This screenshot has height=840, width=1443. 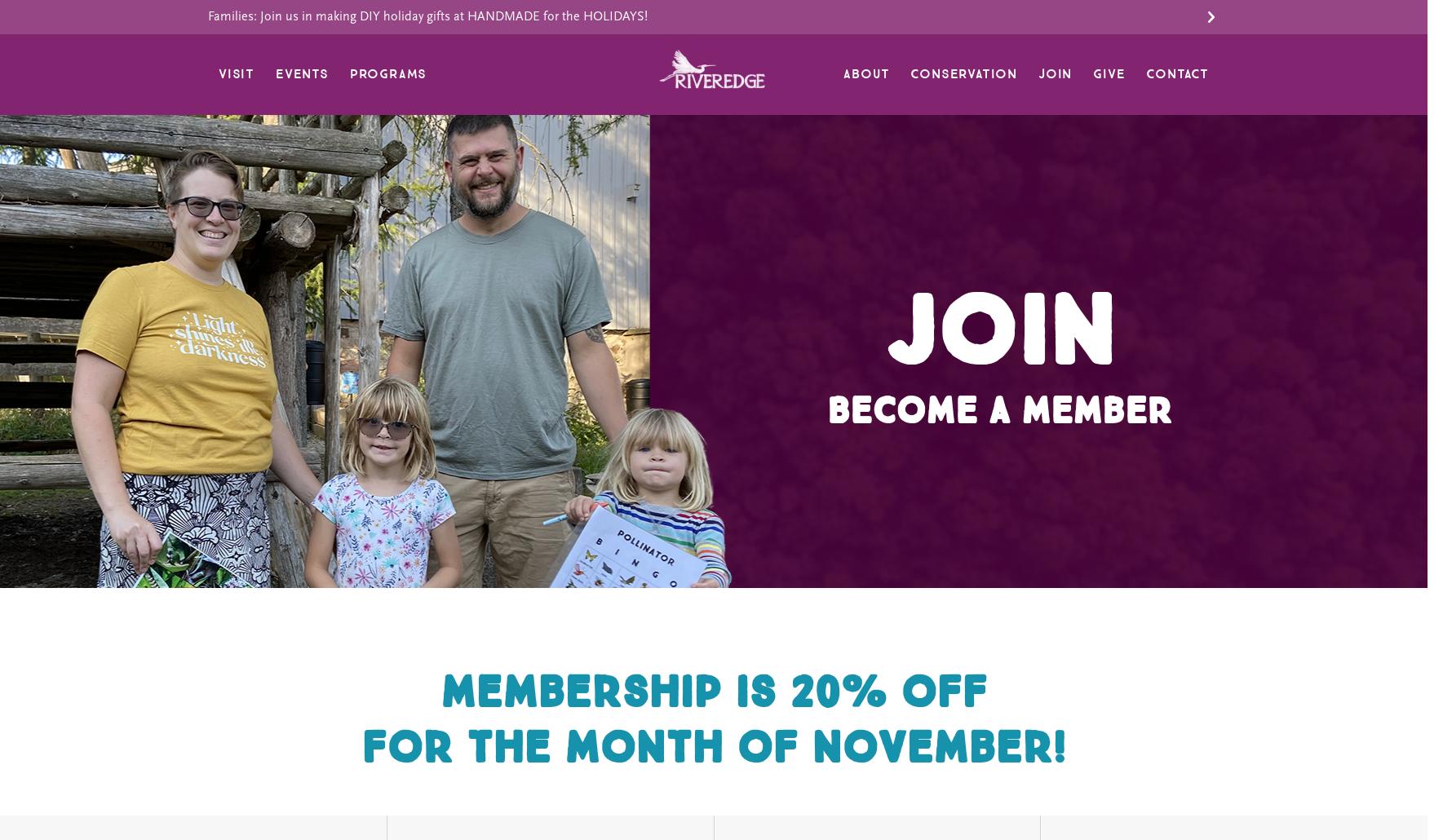 What do you see at coordinates (427, 17) in the screenshot?
I see `'Families: Join us in making DIY holiday gifts at HANDMADE for the HOLIDAYS!'` at bounding box center [427, 17].